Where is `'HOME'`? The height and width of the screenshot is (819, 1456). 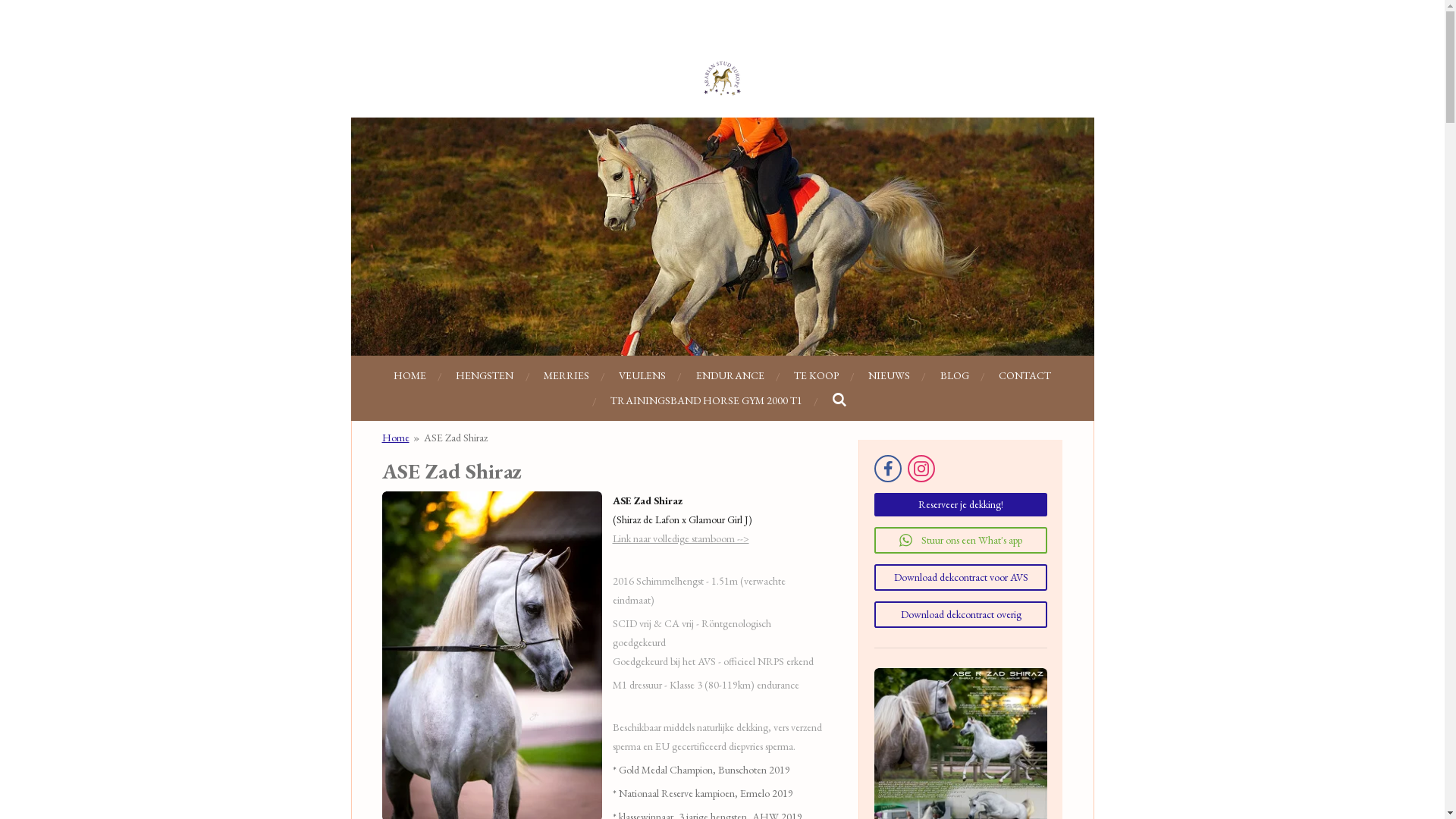 'HOME' is located at coordinates (409, 375).